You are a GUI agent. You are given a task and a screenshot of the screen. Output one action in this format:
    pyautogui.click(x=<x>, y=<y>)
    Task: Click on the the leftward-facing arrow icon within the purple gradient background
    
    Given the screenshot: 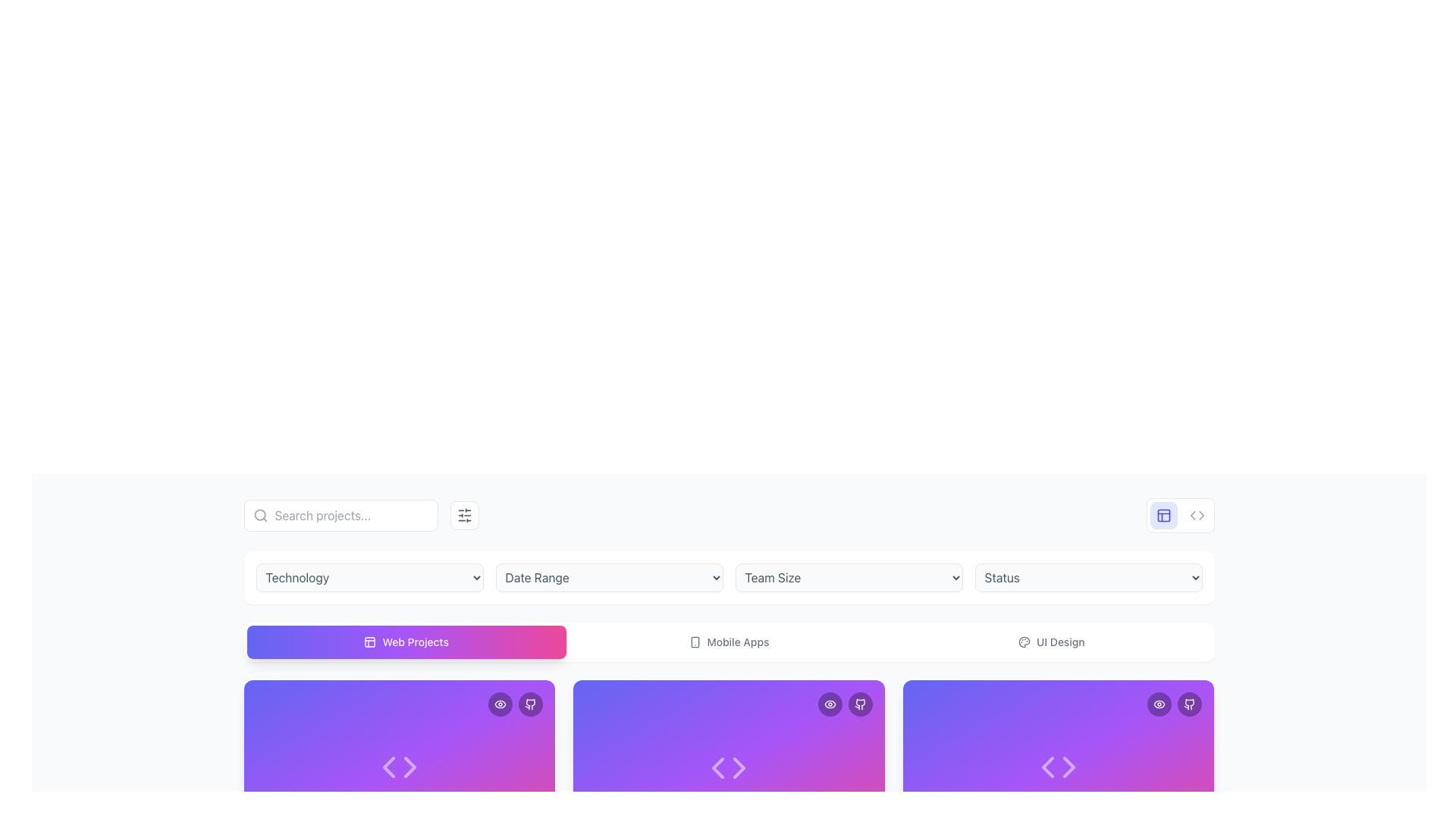 What is the action you would take?
    pyautogui.click(x=717, y=767)
    